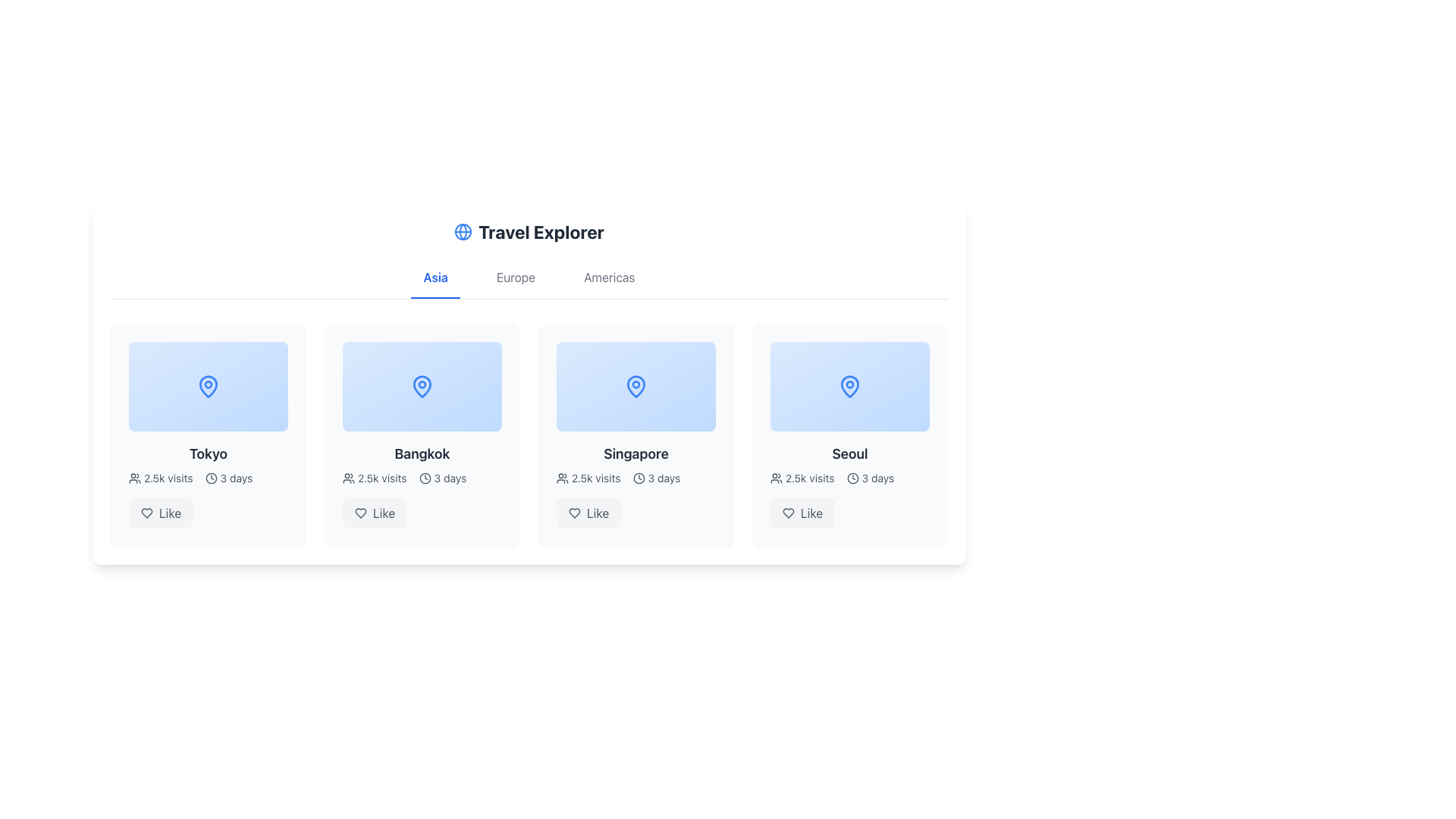  Describe the element at coordinates (850, 479) in the screenshot. I see `displayed meta-information about the location 'Seoul', including the number of visits (2.5k visits) and the duration (3 days), located within the card-like section beneath the title and above the 'Like' button` at that location.